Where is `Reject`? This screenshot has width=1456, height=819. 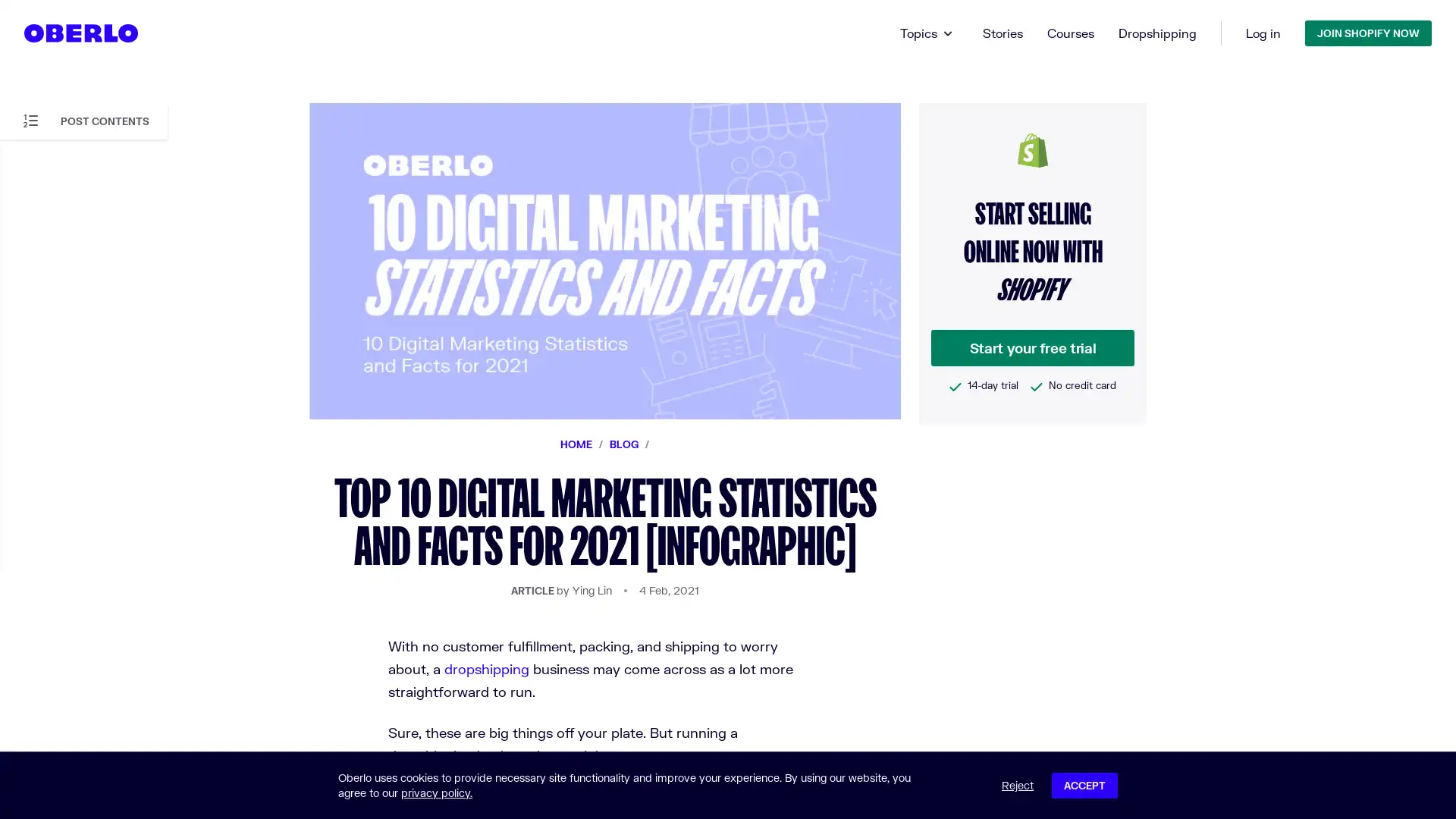
Reject is located at coordinates (1018, 785).